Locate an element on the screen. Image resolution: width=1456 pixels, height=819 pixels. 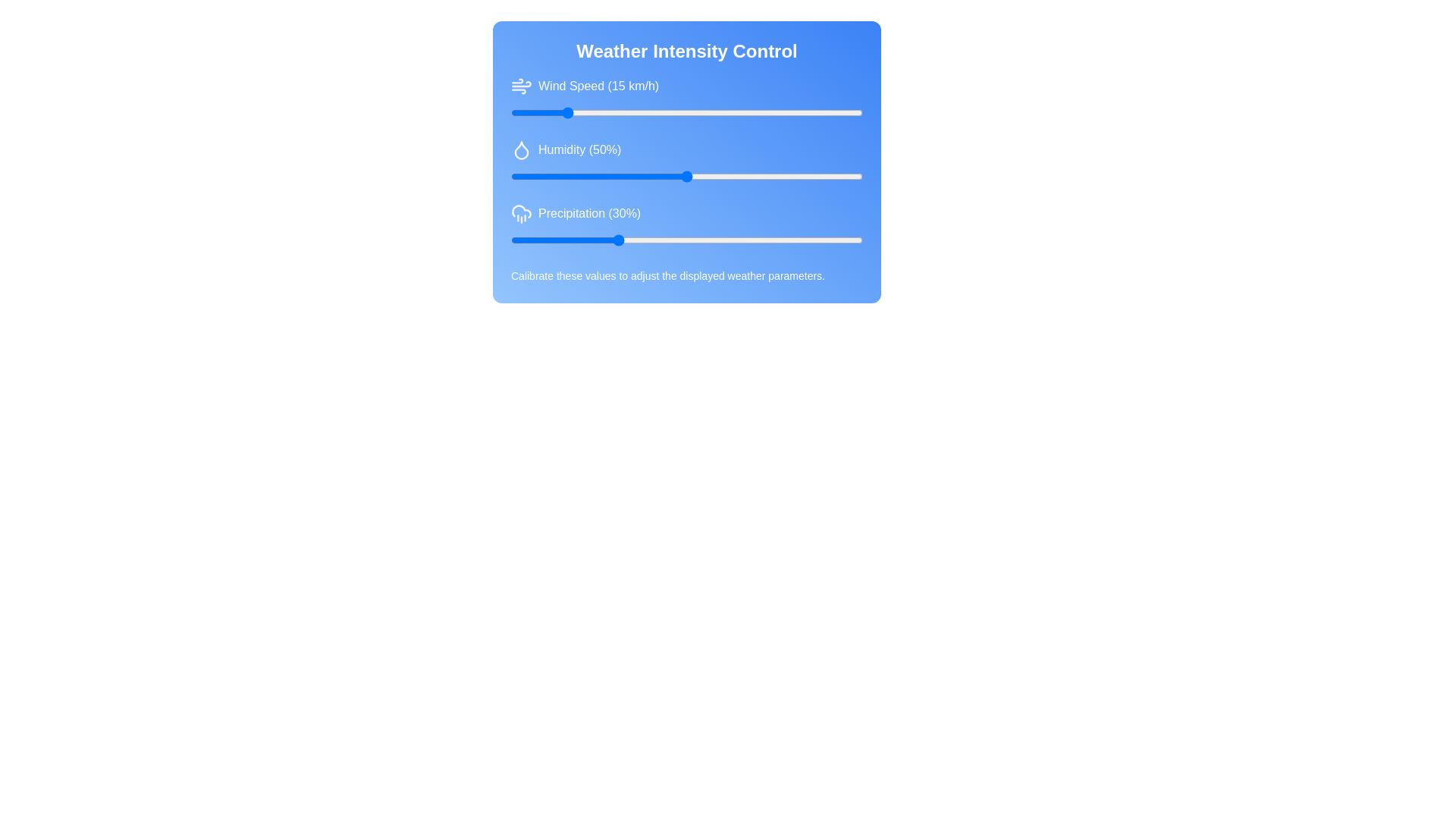
text label displaying 'Precipitation (30%)' located to the right of the precipitation icon and above the corresponding slider in the weather control interface is located at coordinates (588, 213).